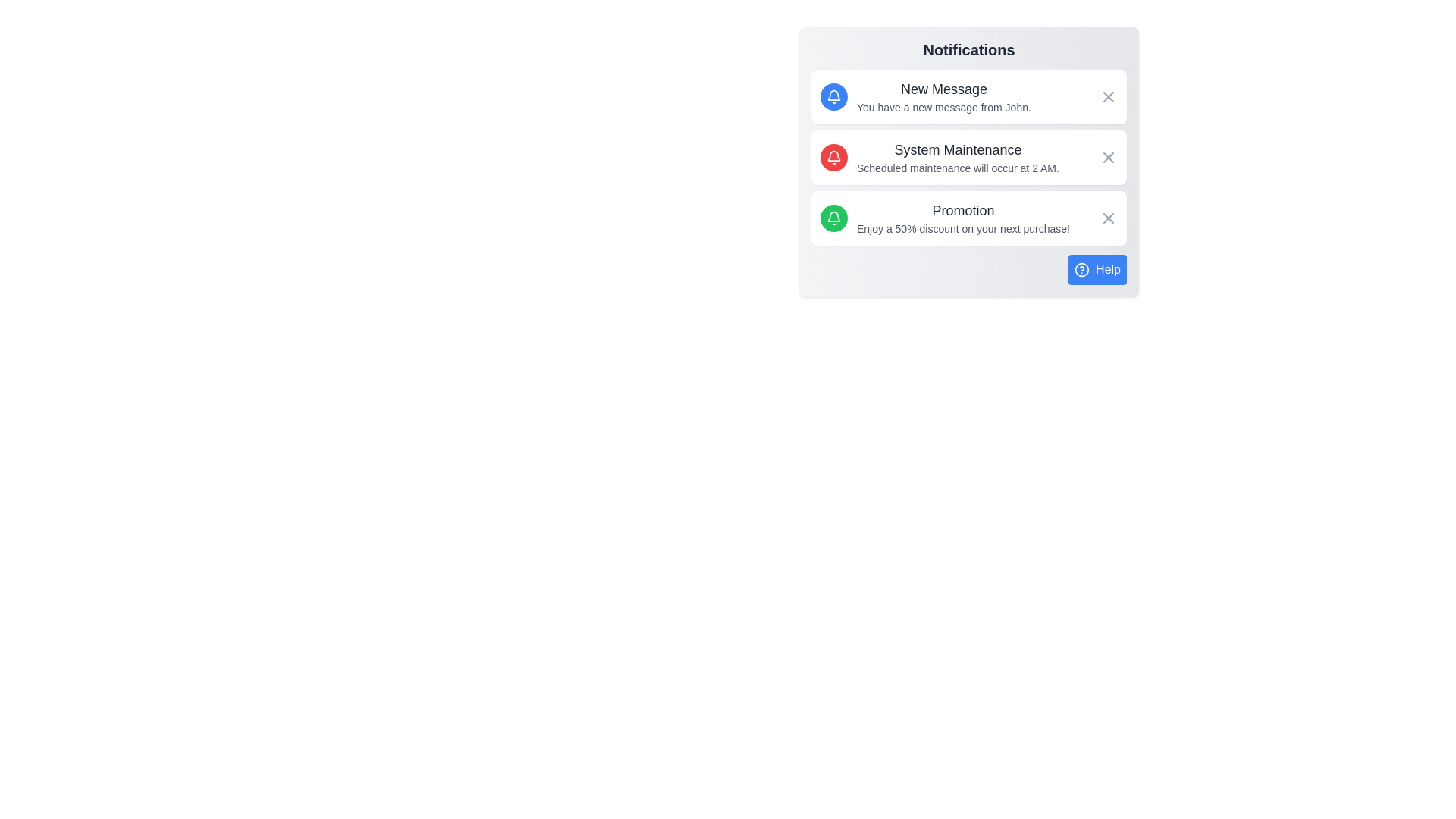  I want to click on the Notification item titled 'Promotion' which contains the message 'Enjoy a 50% discount on your next purchase!'. This Notification item is the third in a vertical list within the notification panel, so click(944, 218).